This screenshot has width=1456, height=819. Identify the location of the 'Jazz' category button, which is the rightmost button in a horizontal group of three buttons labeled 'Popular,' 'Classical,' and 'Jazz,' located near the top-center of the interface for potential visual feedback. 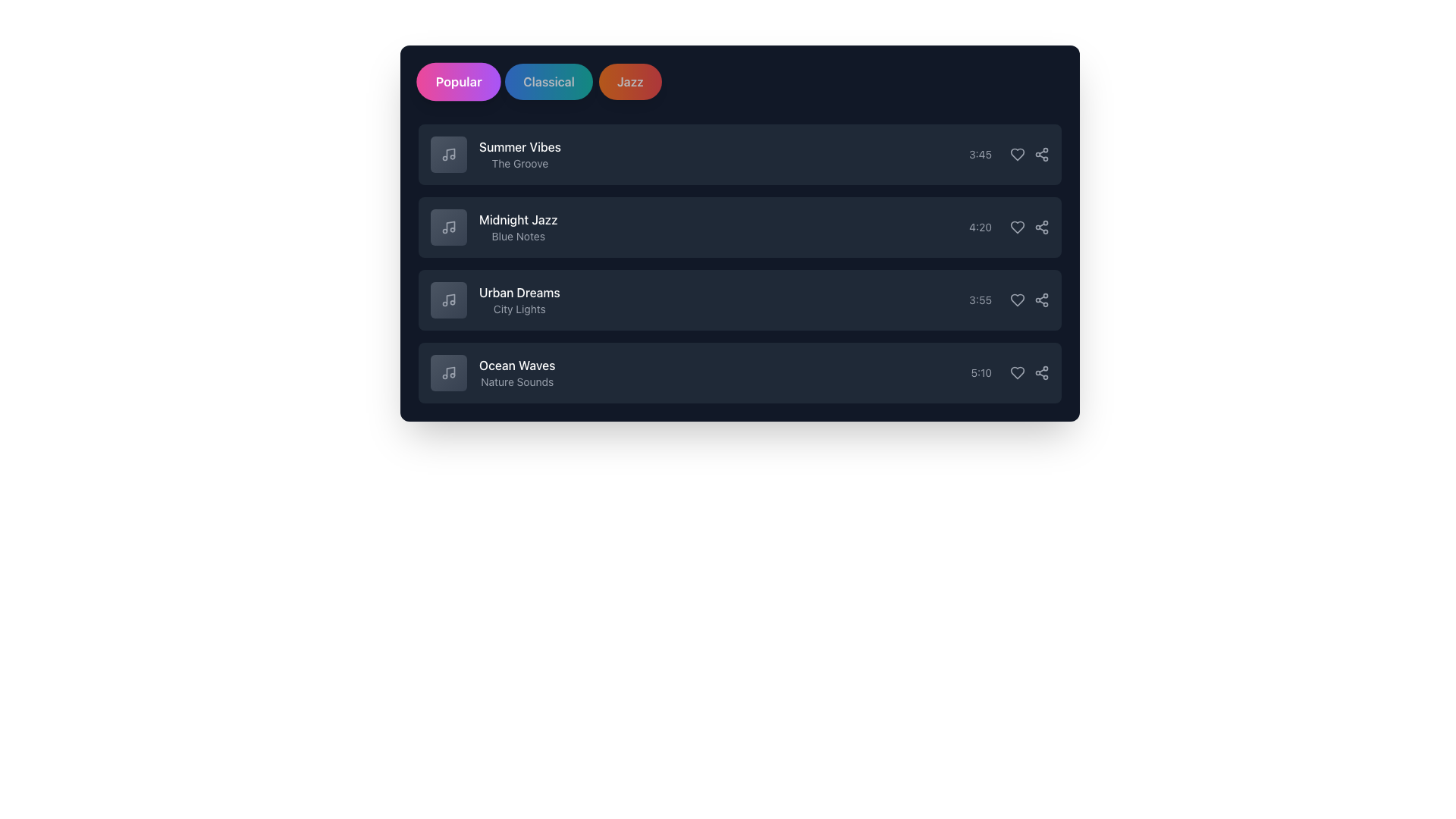
(630, 82).